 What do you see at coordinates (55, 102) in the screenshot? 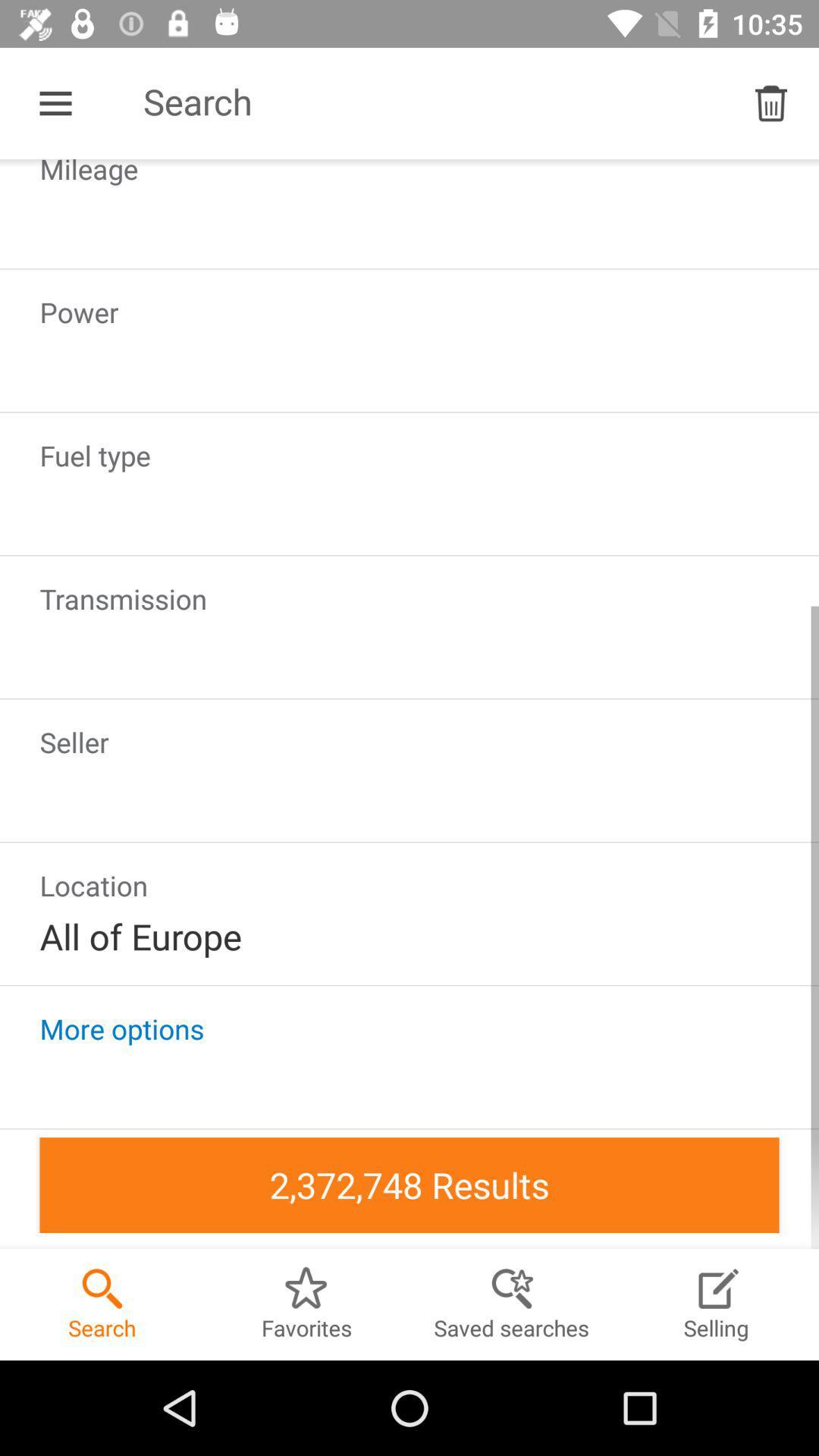
I see `the item above the mileage` at bounding box center [55, 102].